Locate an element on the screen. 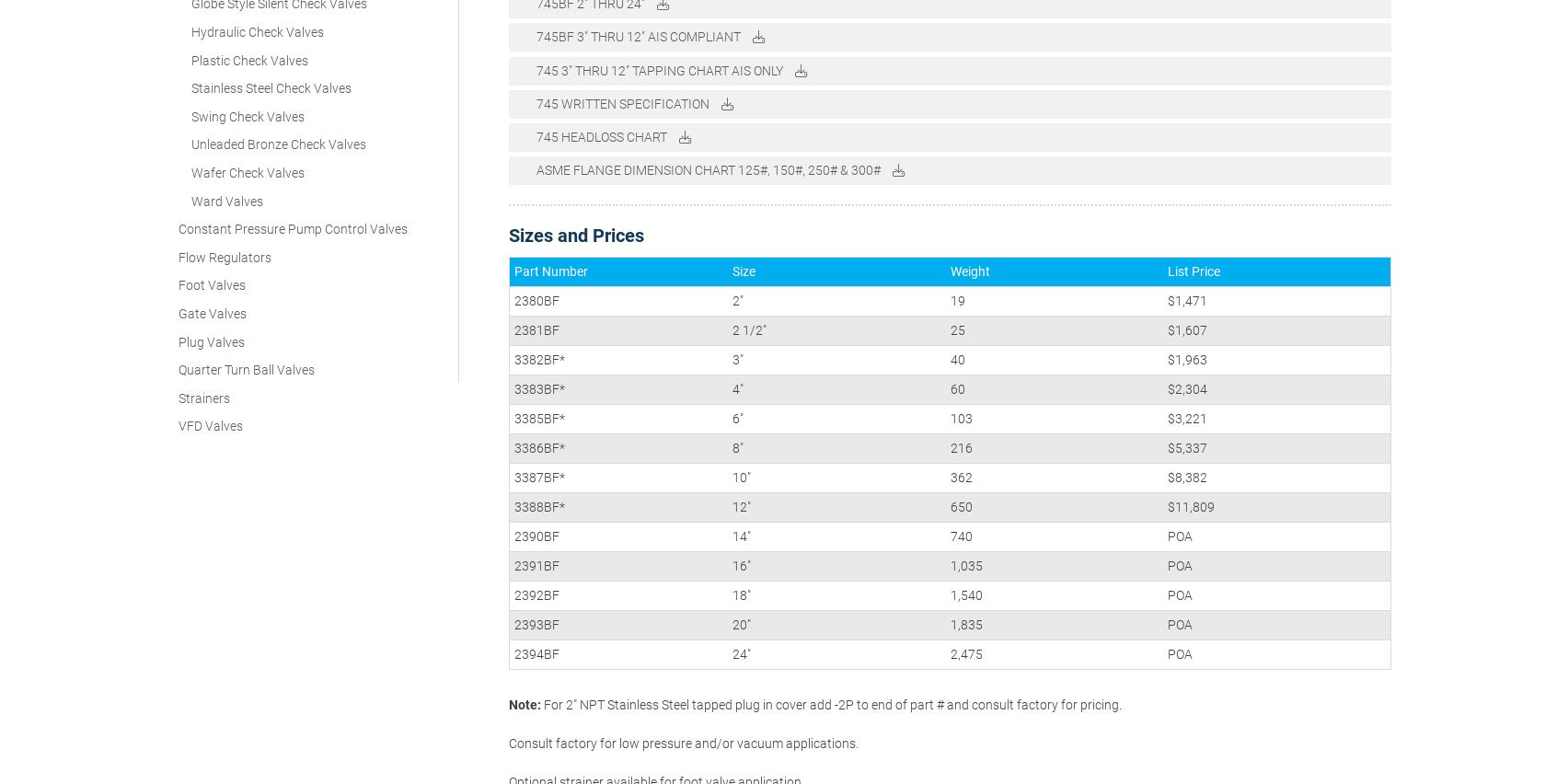  'Constant Pressure Pump Control Valves' is located at coordinates (278, 740).